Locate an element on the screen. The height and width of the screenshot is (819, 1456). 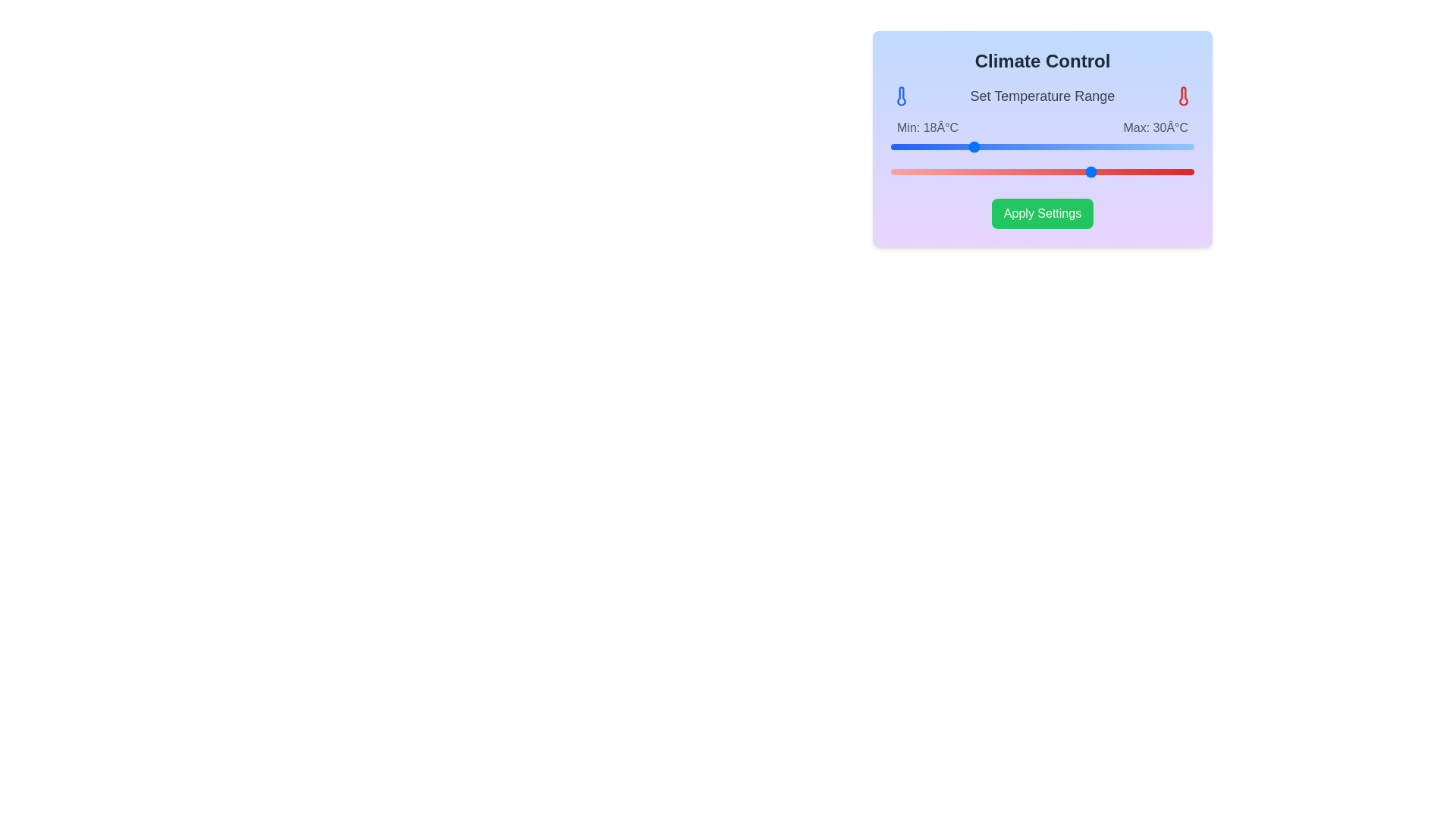
the maximum temperature range to 17°C using the right slider is located at coordinates (961, 171).